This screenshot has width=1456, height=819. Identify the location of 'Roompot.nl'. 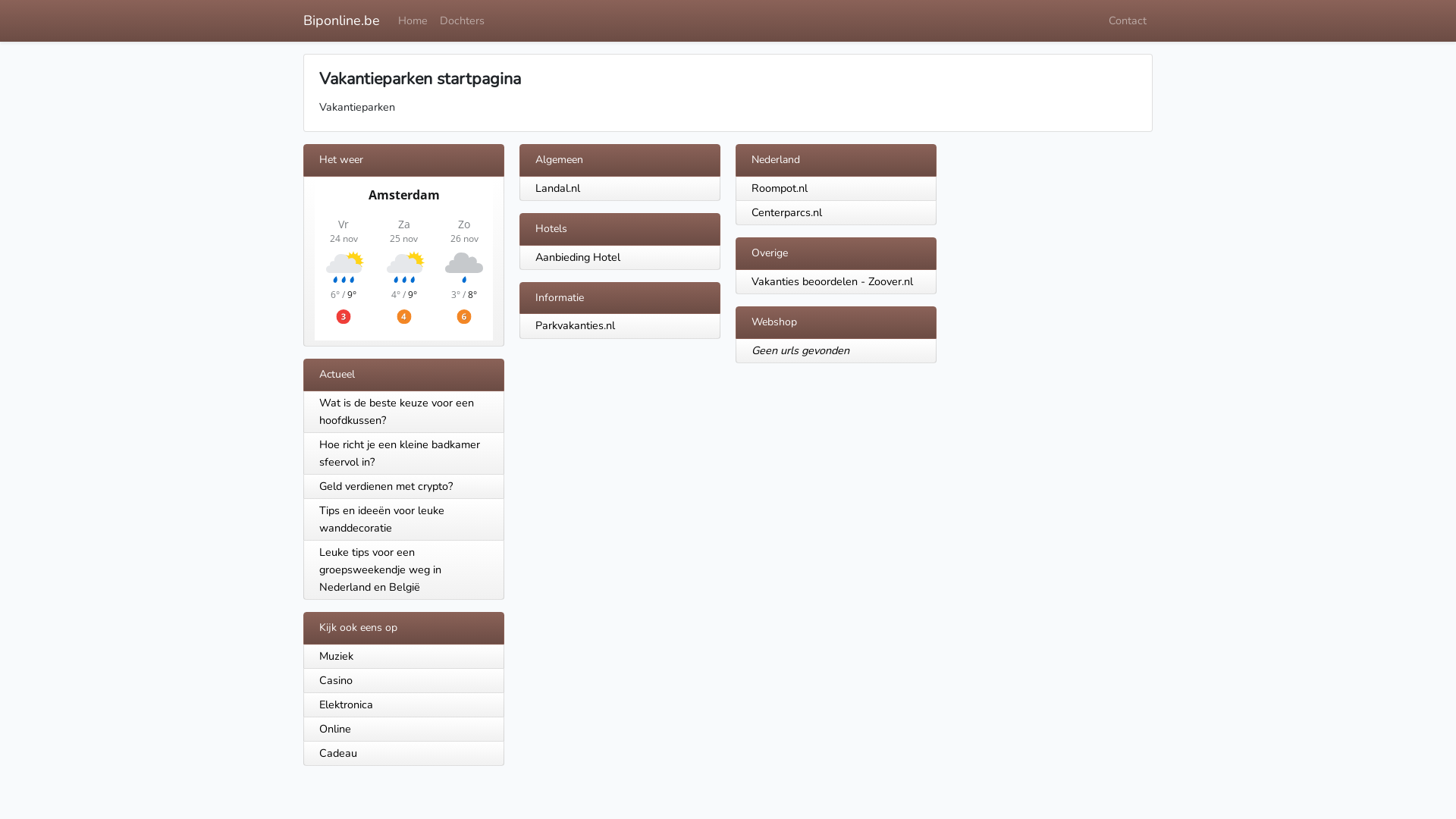
(779, 187).